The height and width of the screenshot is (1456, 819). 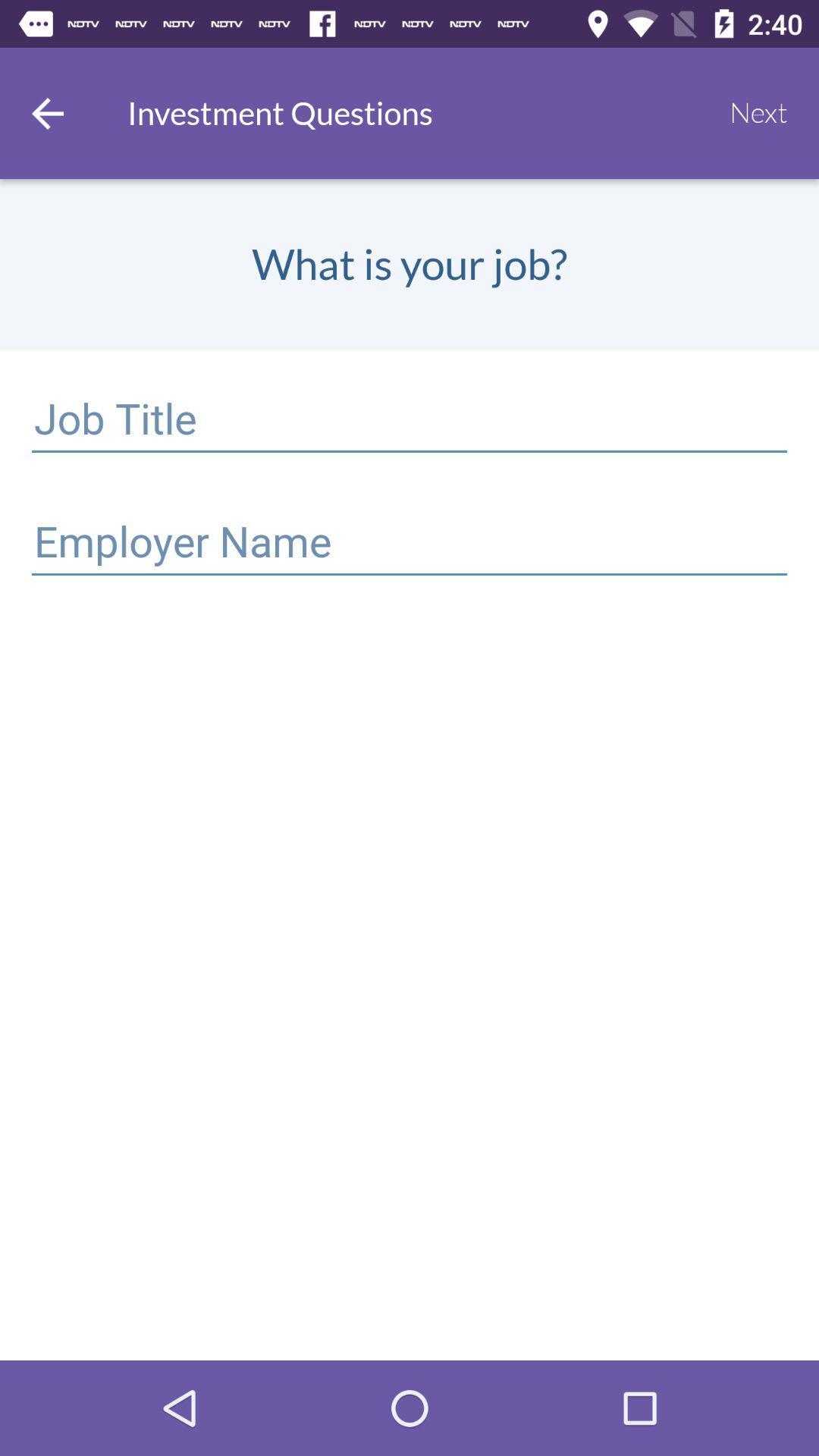 I want to click on the icon next to investment questions icon, so click(x=758, y=112).